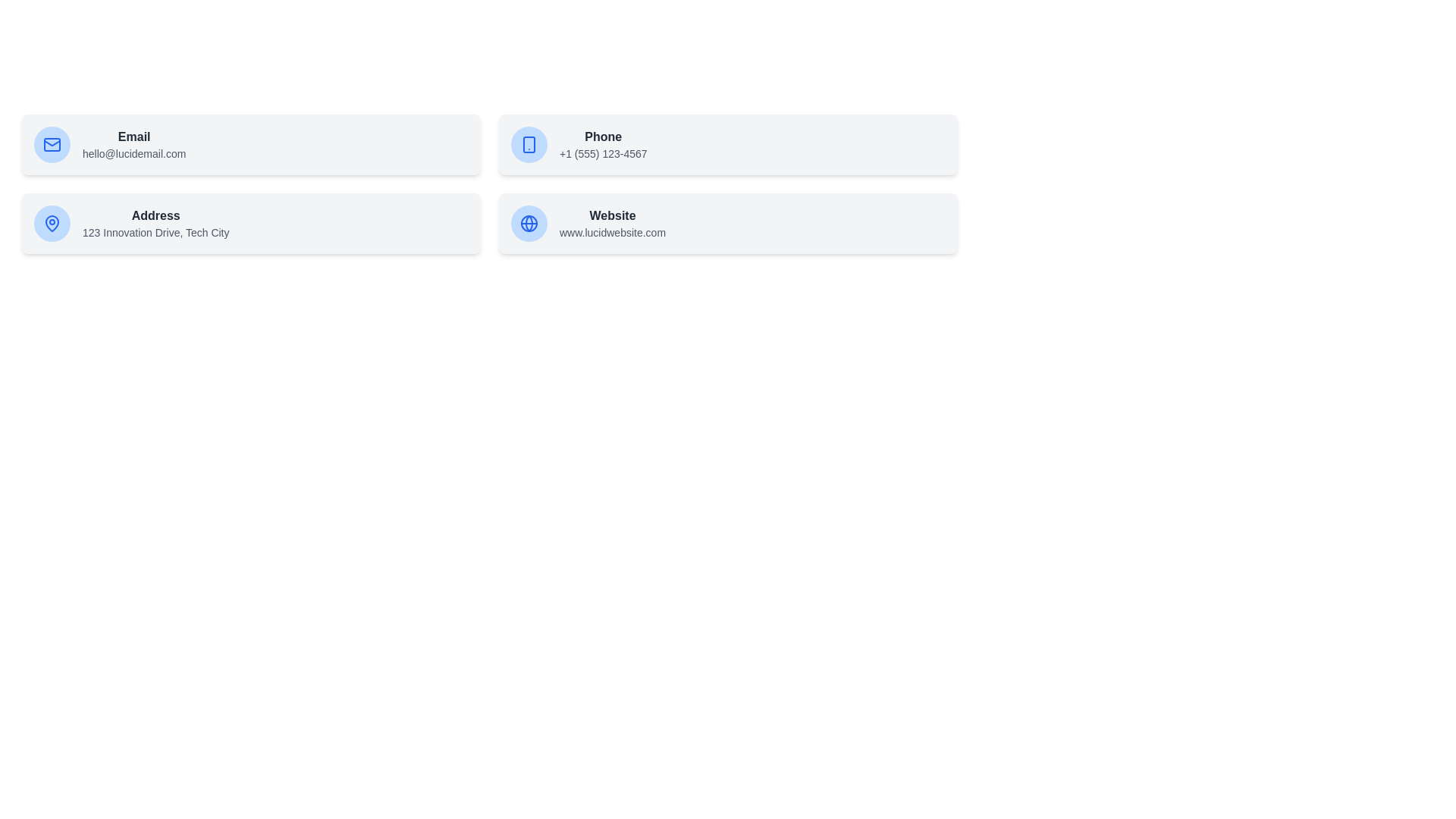  I want to click on the blue map pin icon located in the second row of the grid, associated with the 'Address' information, so click(52, 223).